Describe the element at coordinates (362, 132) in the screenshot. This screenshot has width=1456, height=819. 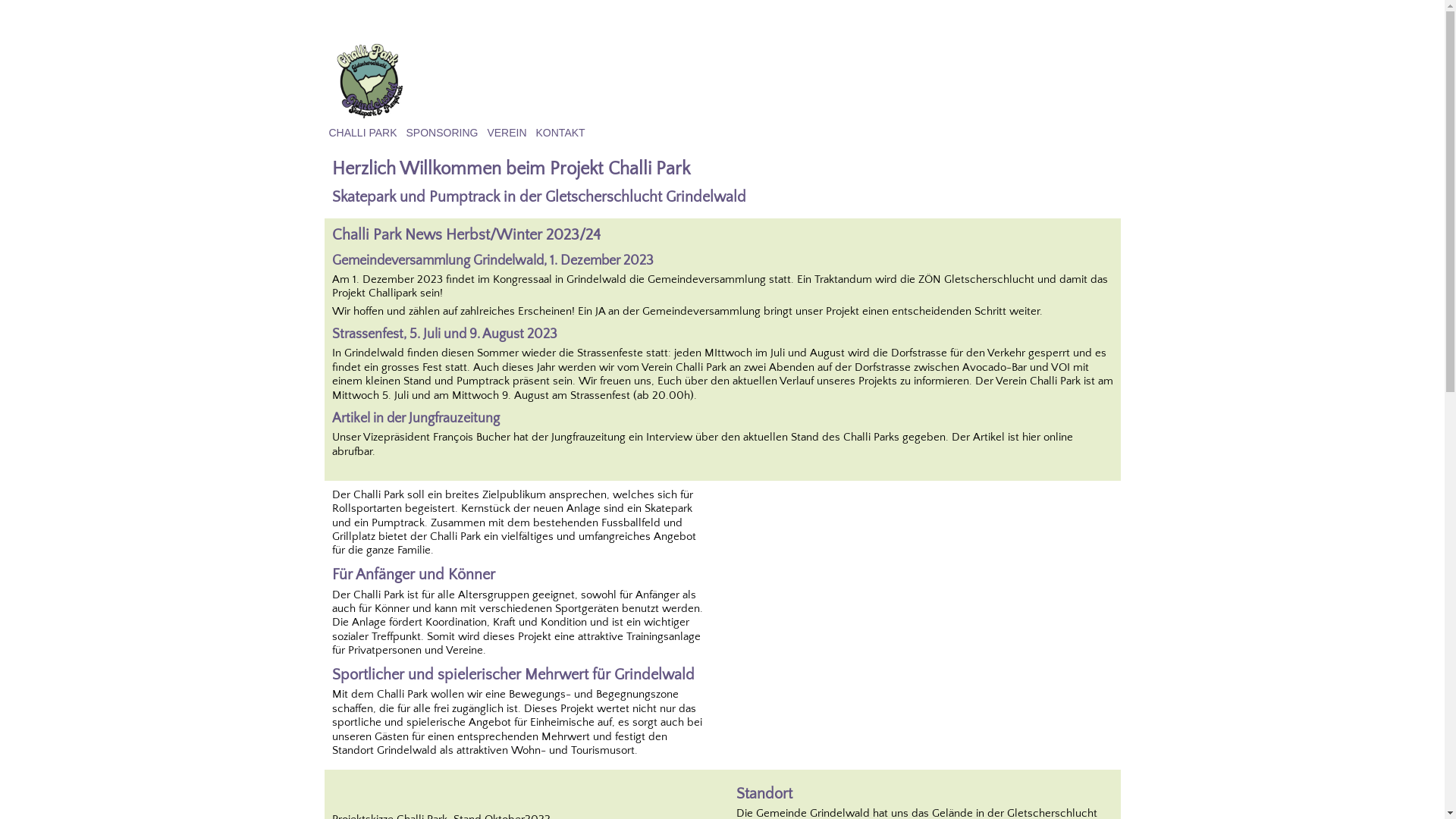
I see `'CHALLI PARK'` at that location.